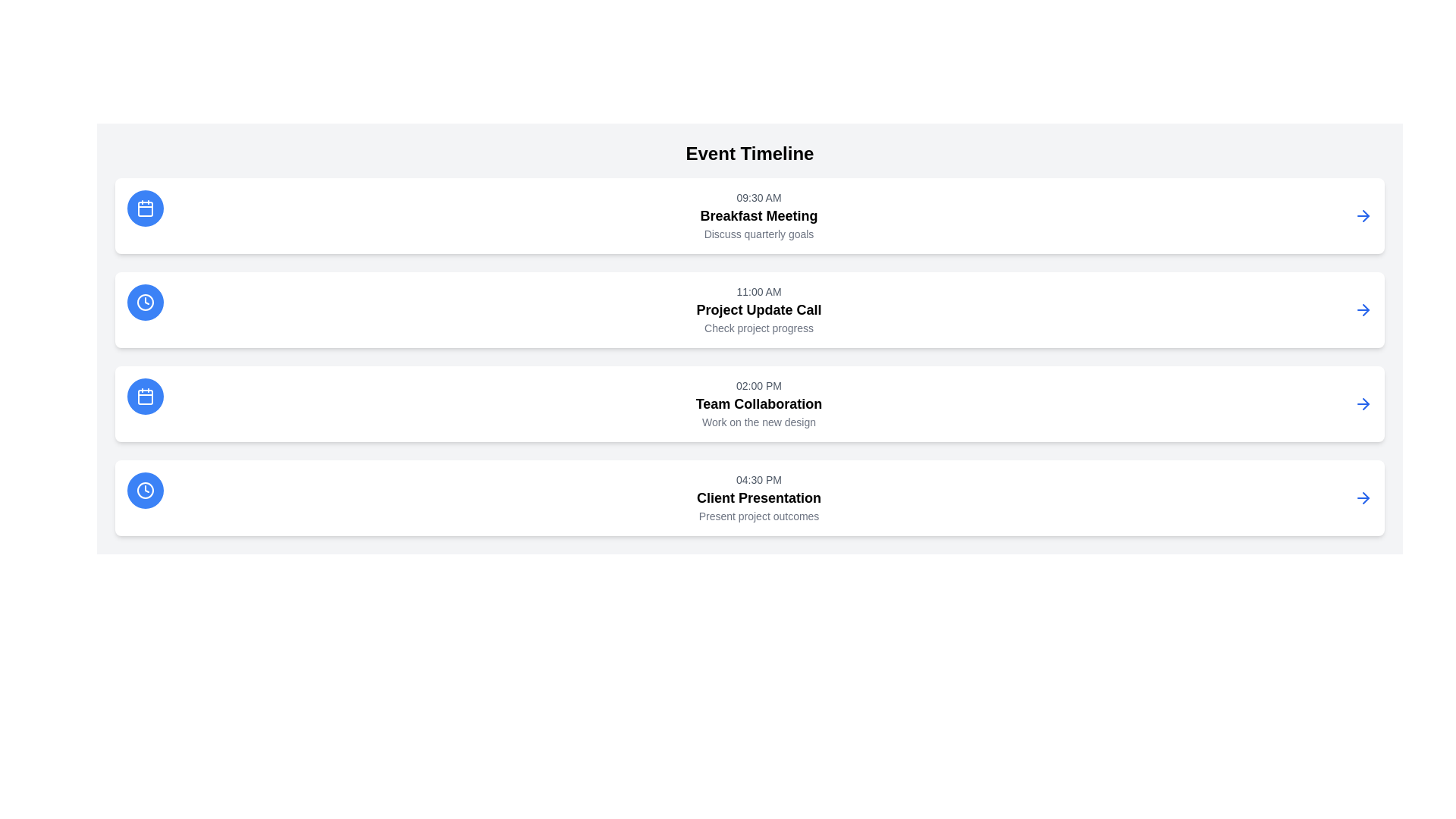  What do you see at coordinates (1366, 403) in the screenshot?
I see `the right-arrow icon in the third row of the vertically stacked list` at bounding box center [1366, 403].